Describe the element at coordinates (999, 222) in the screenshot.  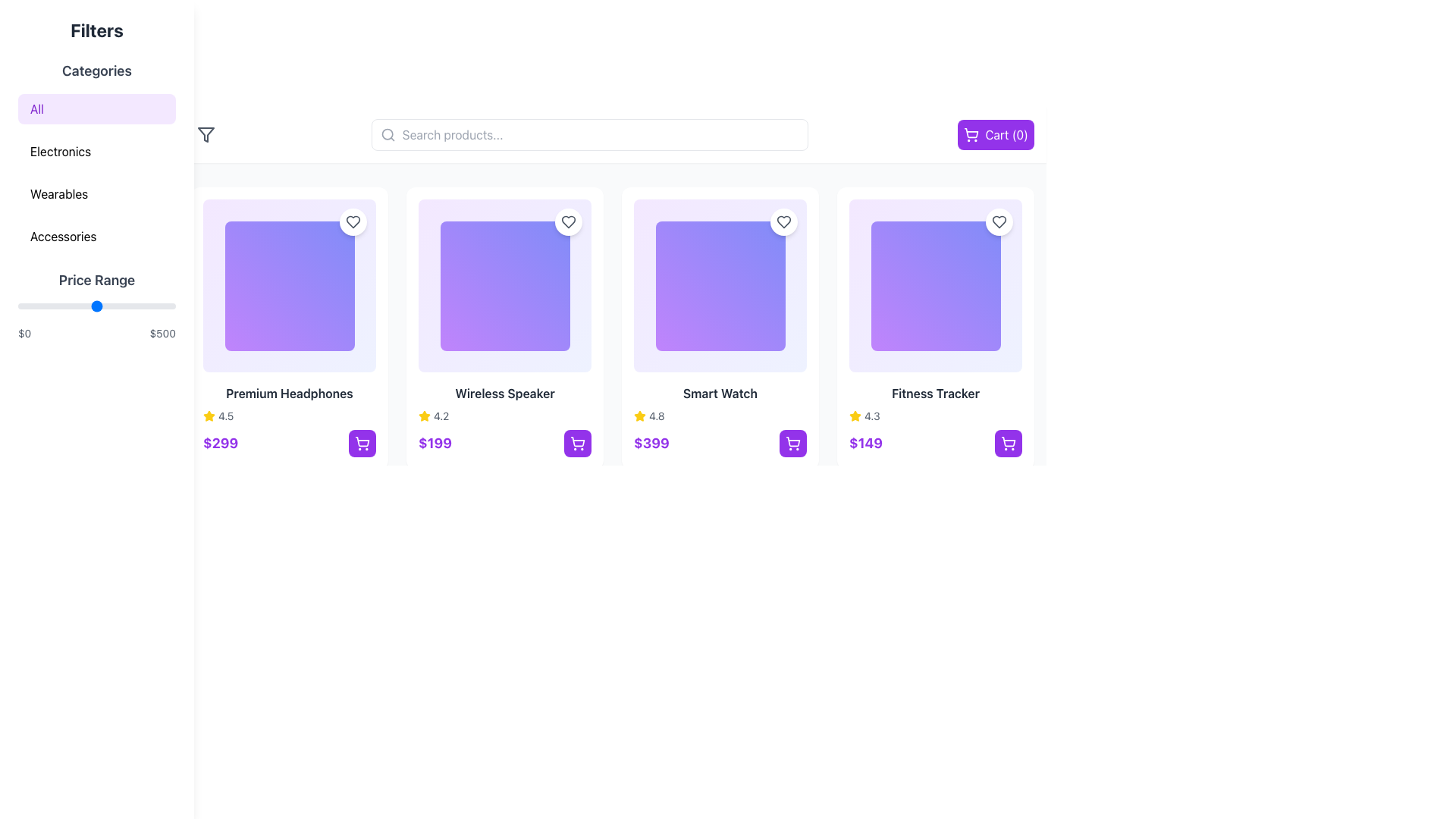
I see `the heart icon in the top-right corner of the 'Fitness Tracker' product card to like the item` at that location.